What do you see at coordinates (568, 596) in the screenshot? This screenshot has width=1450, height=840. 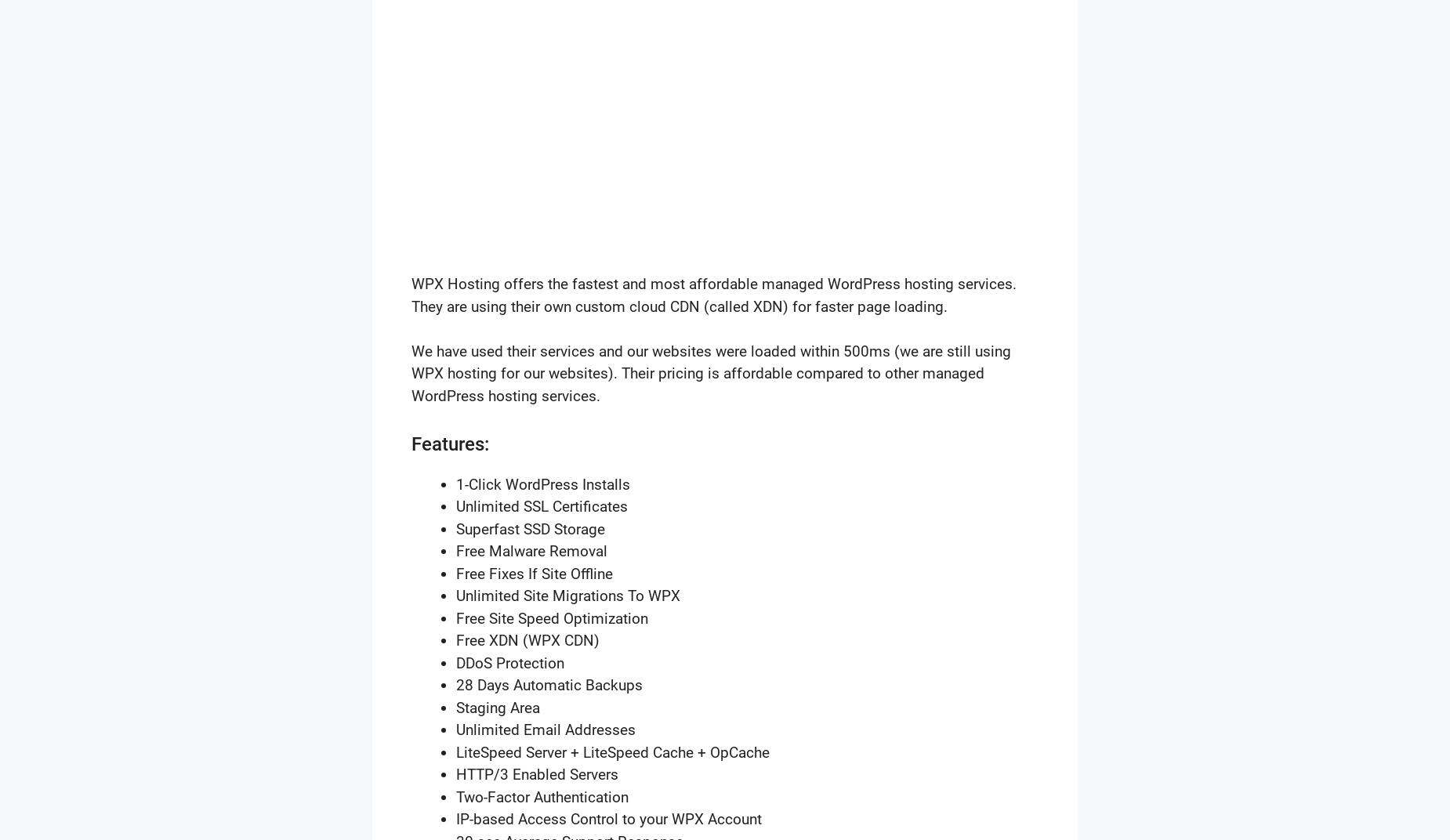 I see `'Unlimited Site Migrations To WPX'` at bounding box center [568, 596].